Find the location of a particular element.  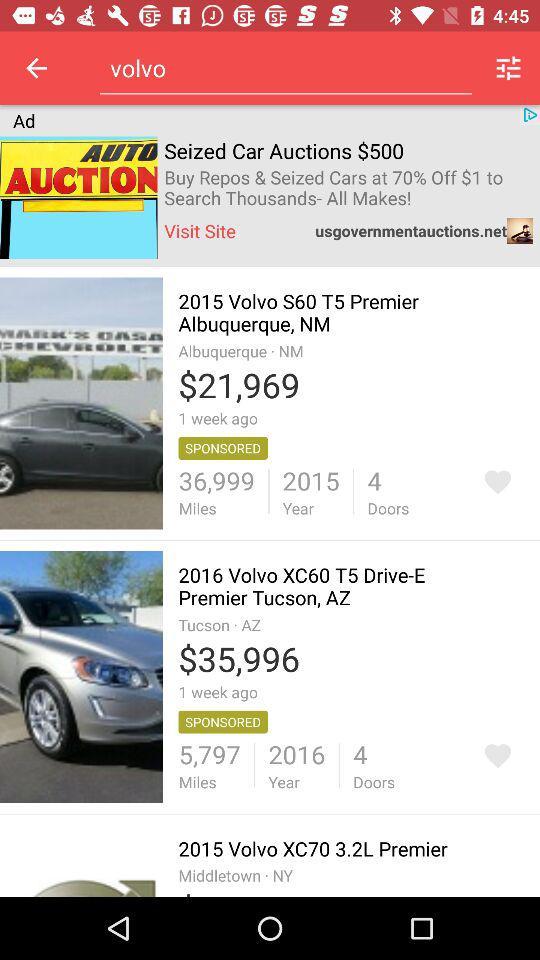

the option 4 doors right to 2016 year is located at coordinates (374, 764).